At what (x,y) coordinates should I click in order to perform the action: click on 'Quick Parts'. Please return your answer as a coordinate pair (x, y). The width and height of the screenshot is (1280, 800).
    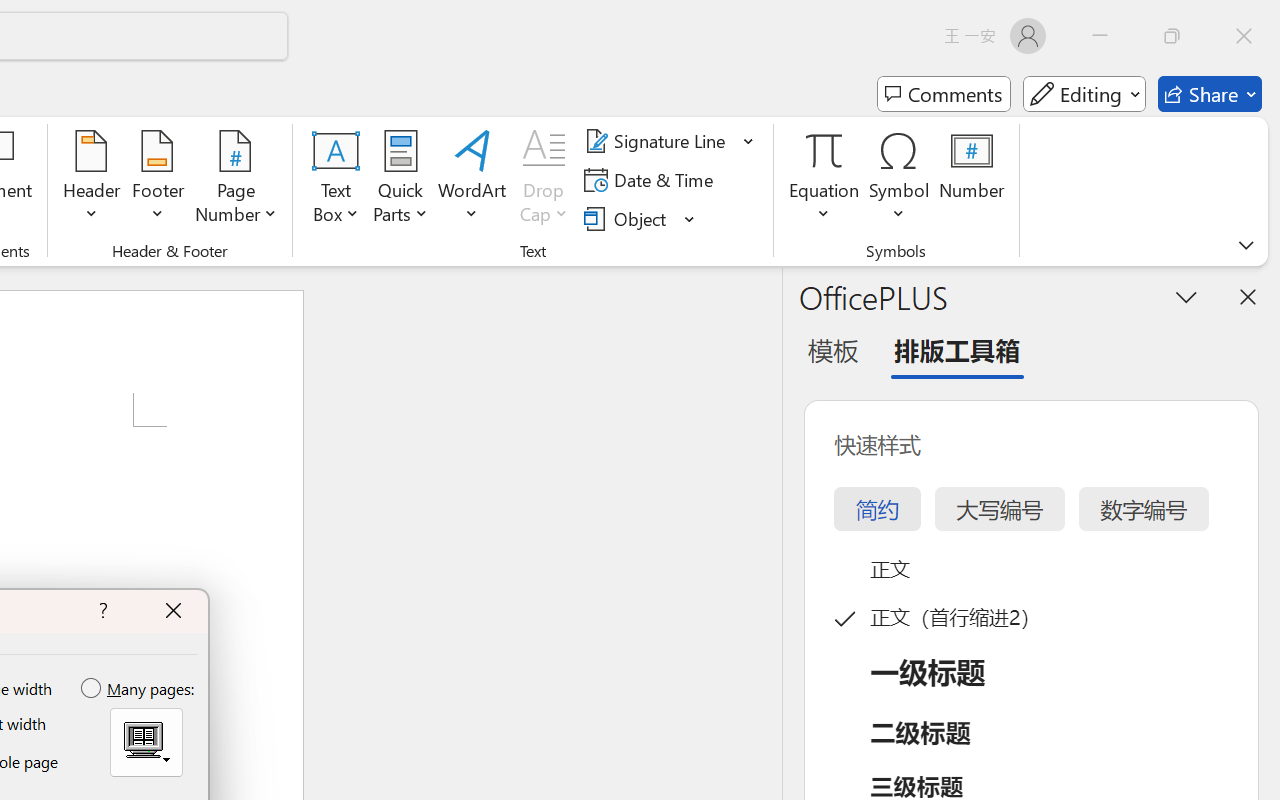
    Looking at the image, I should click on (400, 179).